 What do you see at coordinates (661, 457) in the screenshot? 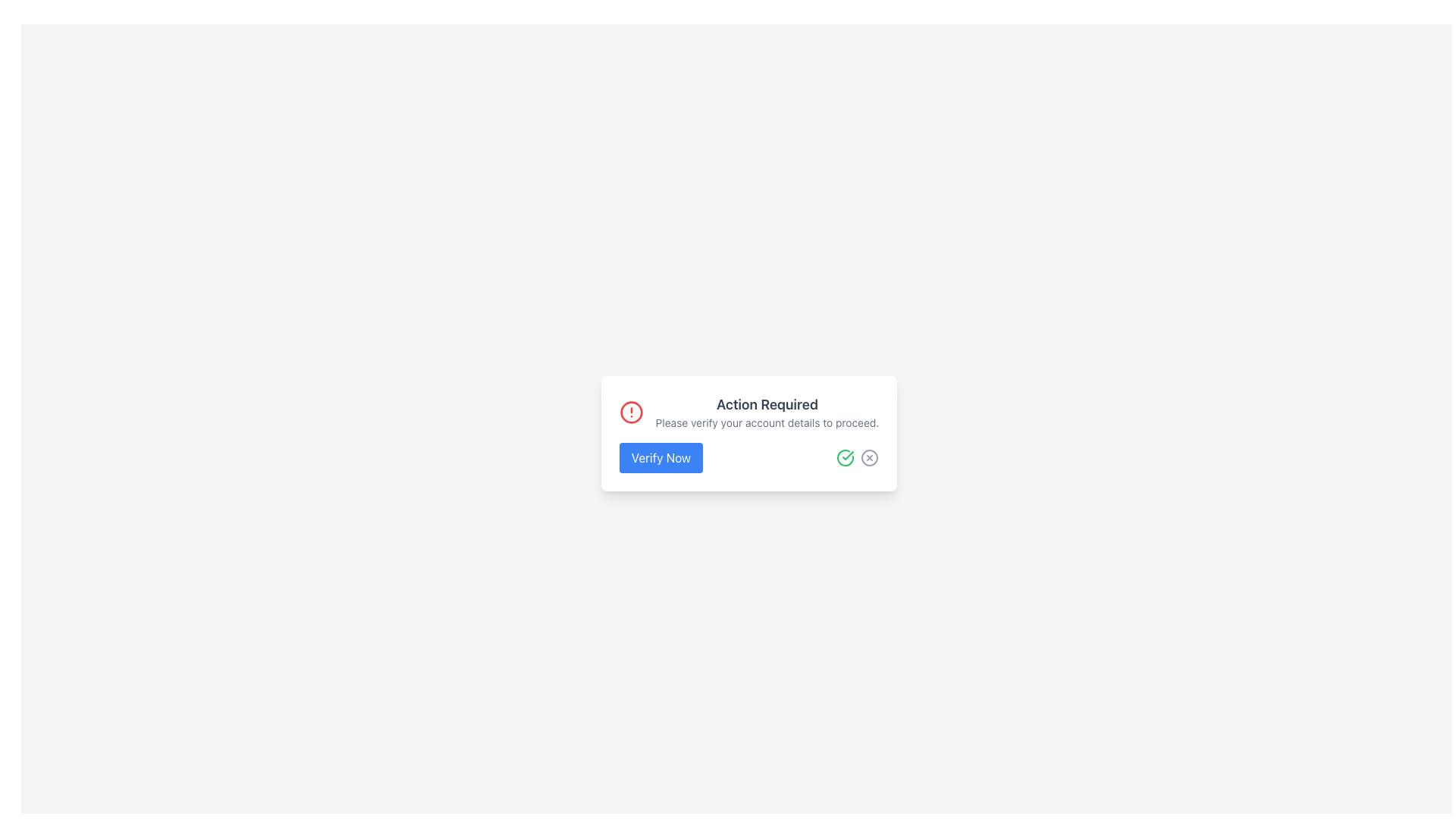
I see `the 'Verify Now' button with a blue background and white text to observe its hover effect` at bounding box center [661, 457].